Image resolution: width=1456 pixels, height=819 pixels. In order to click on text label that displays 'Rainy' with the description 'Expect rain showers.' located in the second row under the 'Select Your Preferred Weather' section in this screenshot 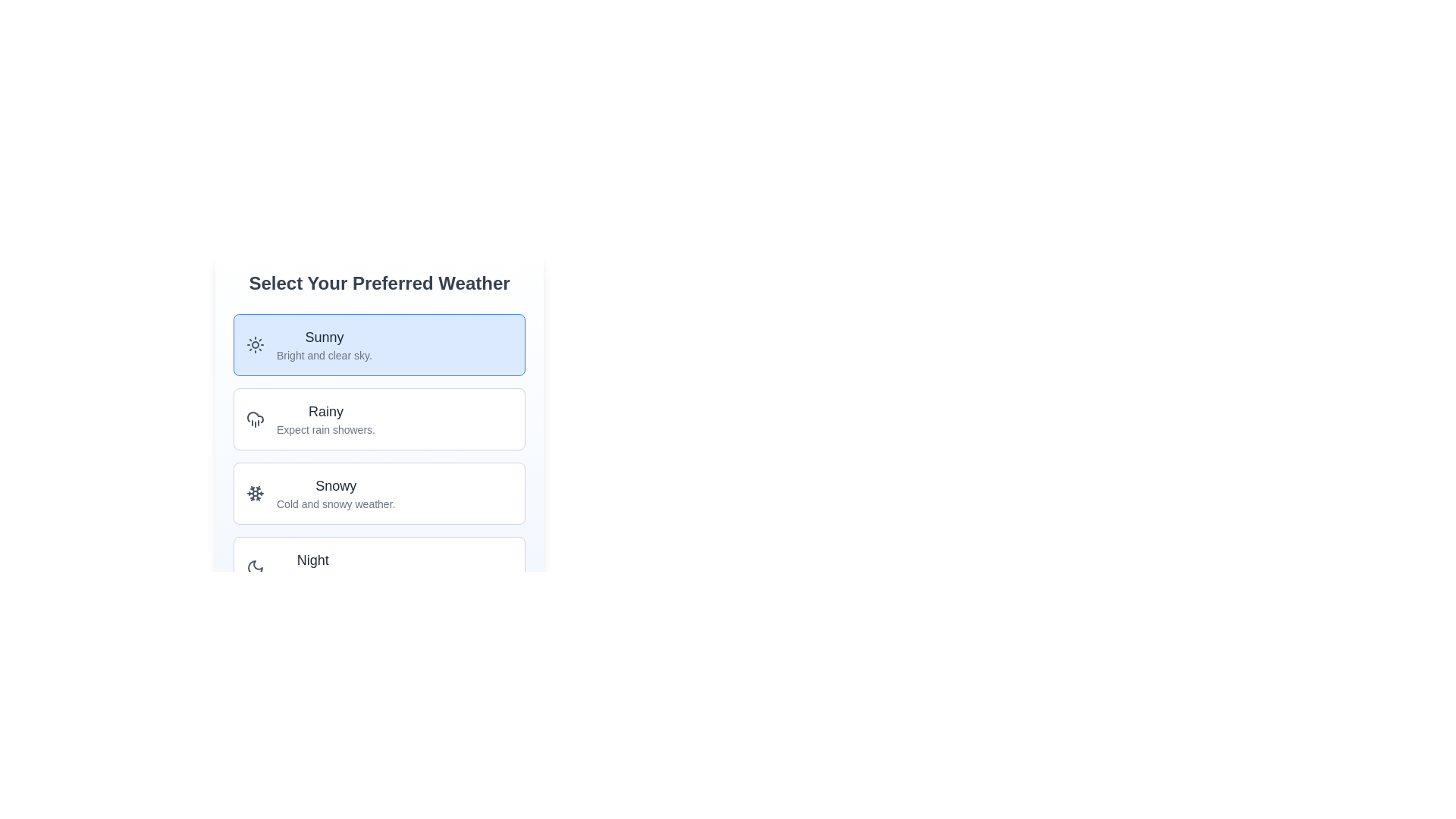, I will do `click(325, 419)`.